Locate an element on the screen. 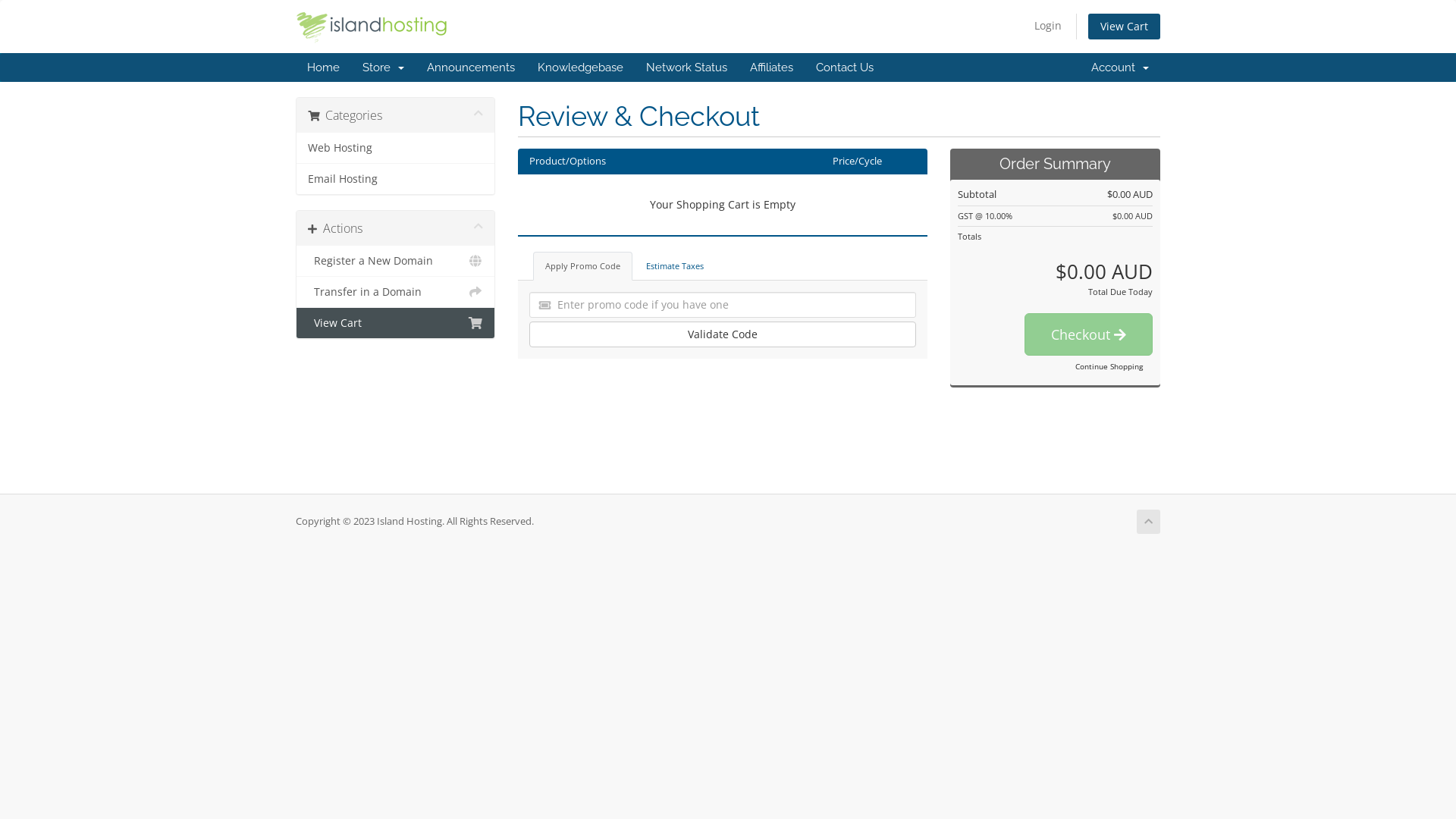  'Apply Promo Code' is located at coordinates (581, 265).